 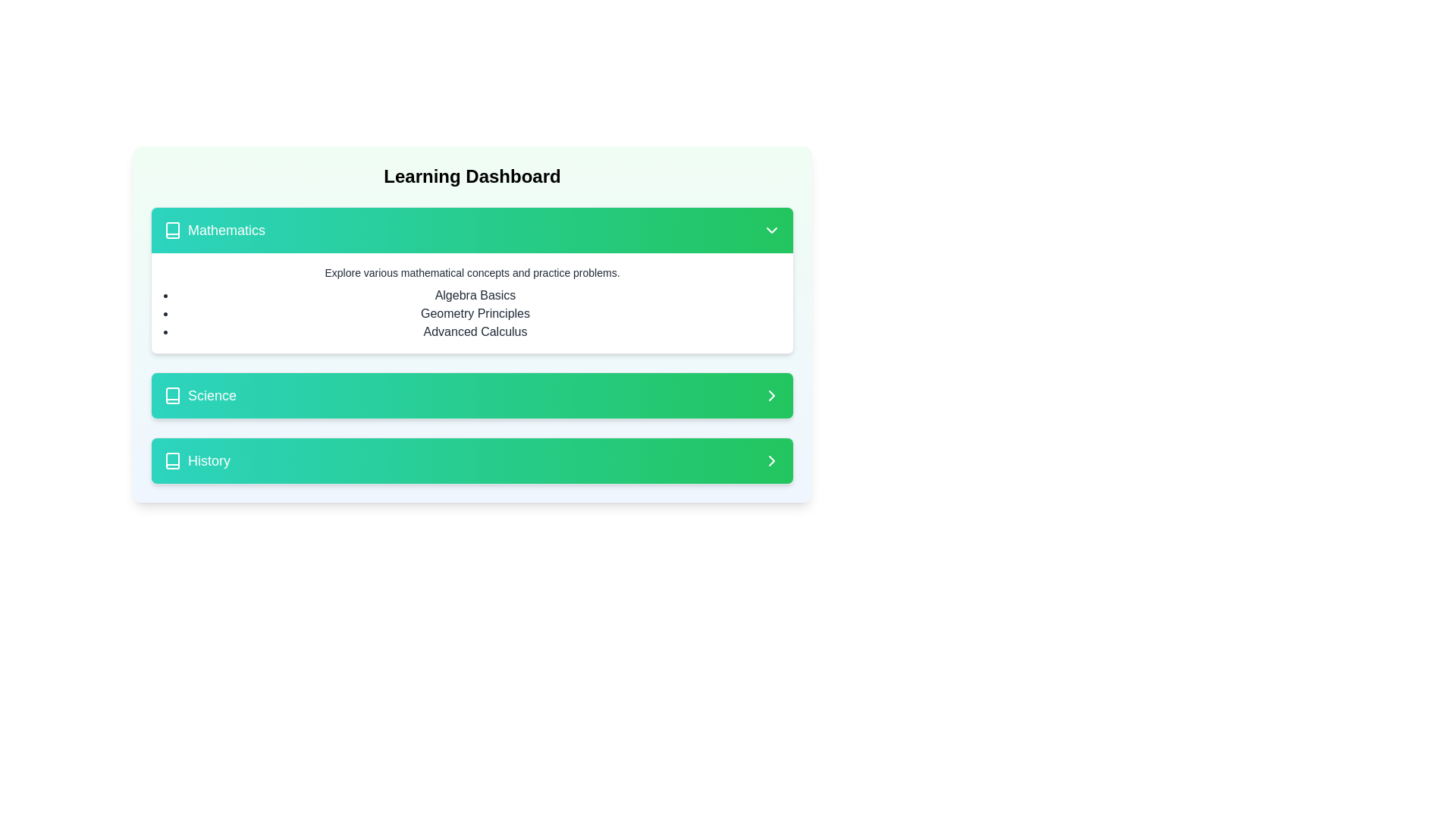 I want to click on the 'History' icon represented by a book icon, which is located to the left of the 'History' label within a green rectangular section, so click(x=172, y=460).